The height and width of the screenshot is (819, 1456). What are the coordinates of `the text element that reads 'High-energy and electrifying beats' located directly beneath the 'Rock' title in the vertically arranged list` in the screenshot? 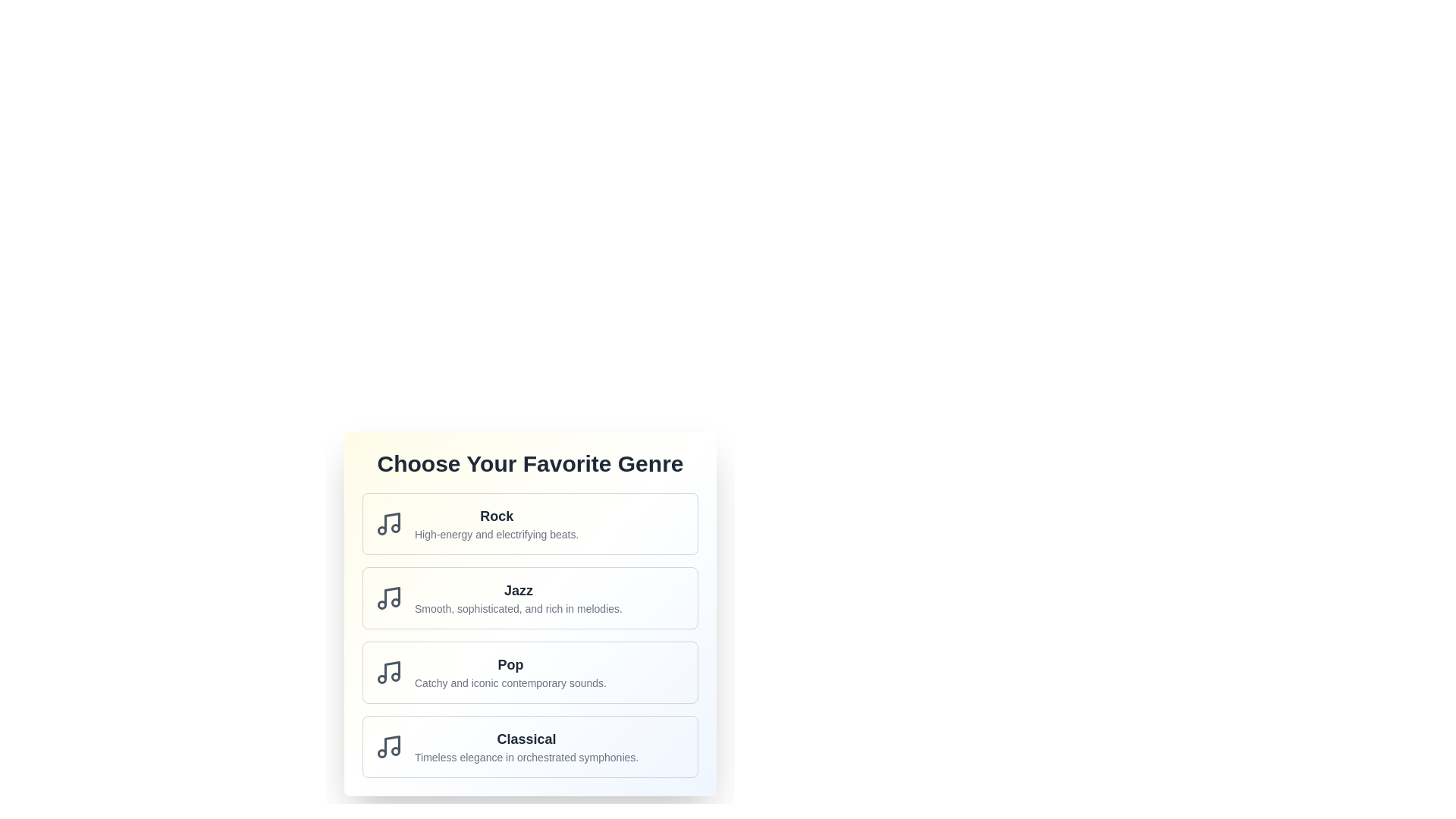 It's located at (497, 534).